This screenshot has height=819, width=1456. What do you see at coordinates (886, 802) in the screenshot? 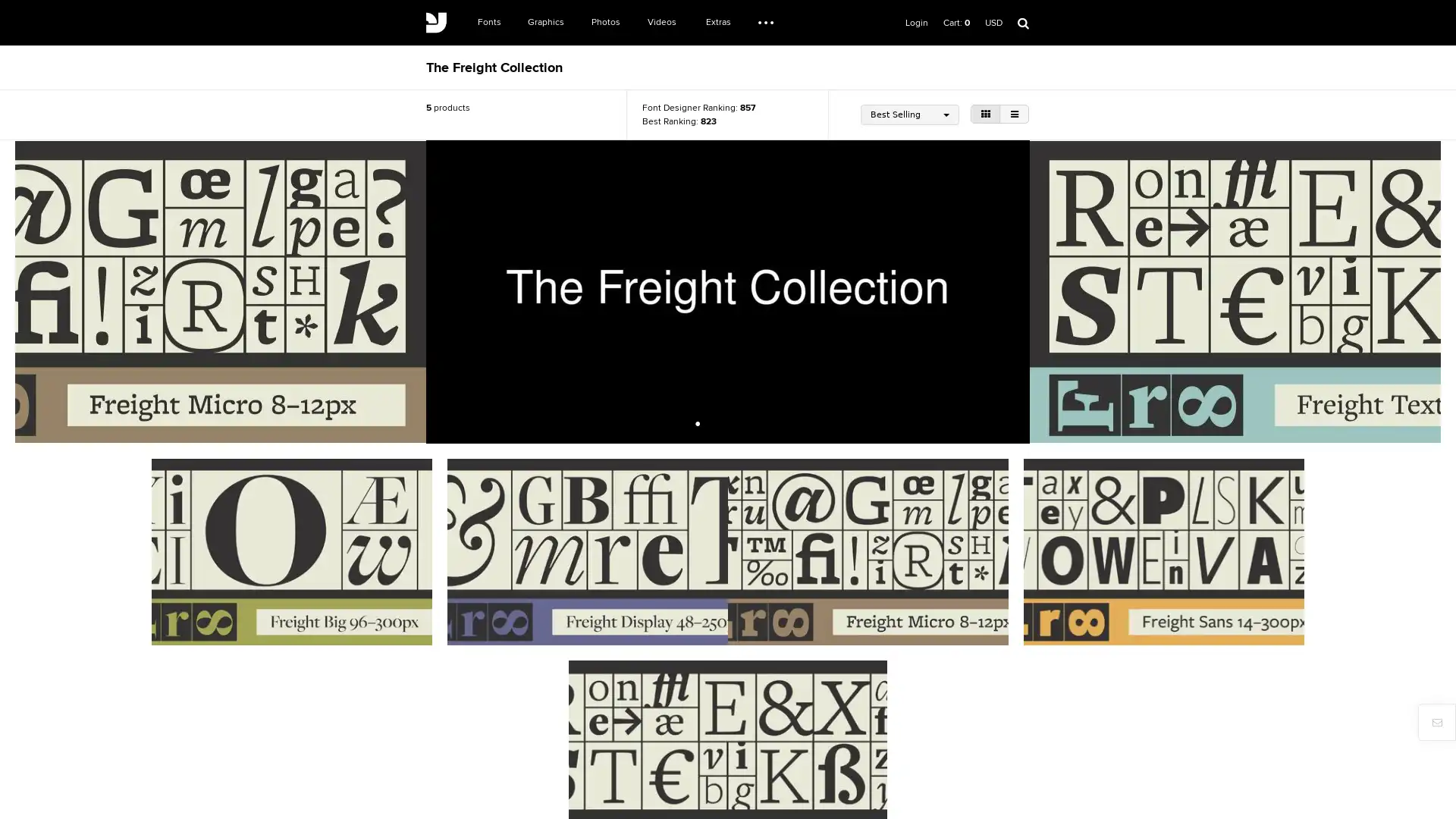
I see `Register` at bounding box center [886, 802].